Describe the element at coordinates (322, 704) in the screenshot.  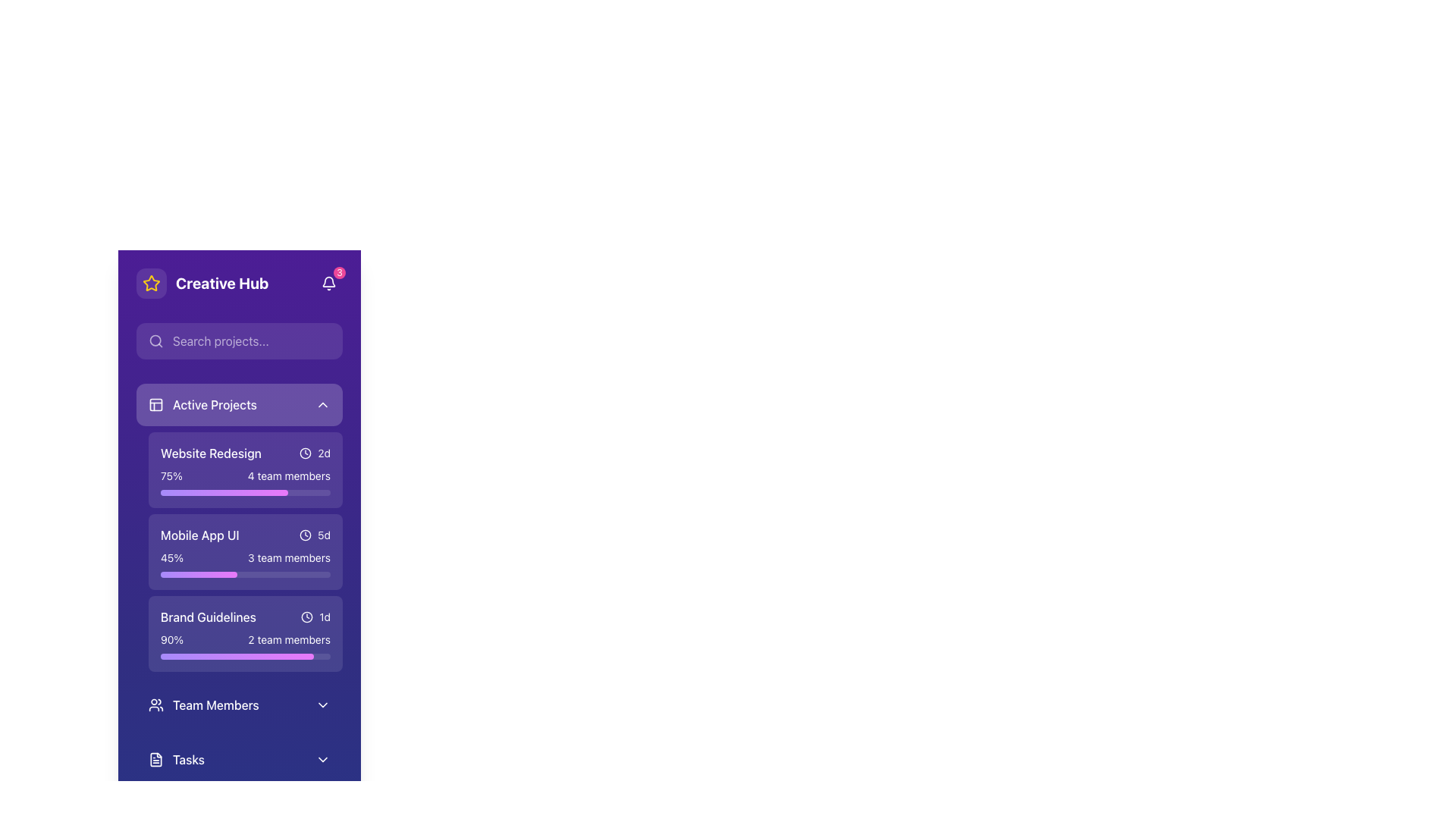
I see `the chevron icon at the end of the 'Team Members' row to trigger the tooltip or highlight effect` at that location.